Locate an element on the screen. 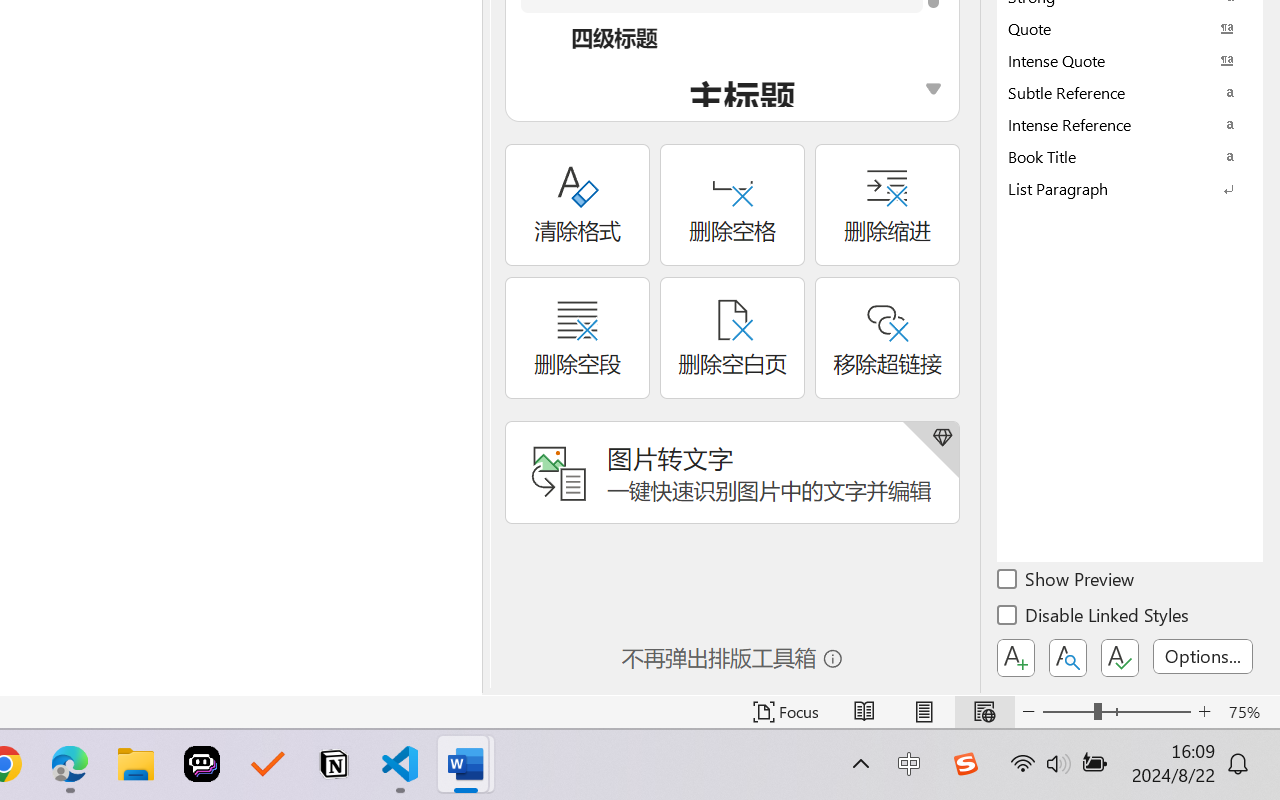 The height and width of the screenshot is (800, 1280). 'Focus ' is located at coordinates (785, 711).